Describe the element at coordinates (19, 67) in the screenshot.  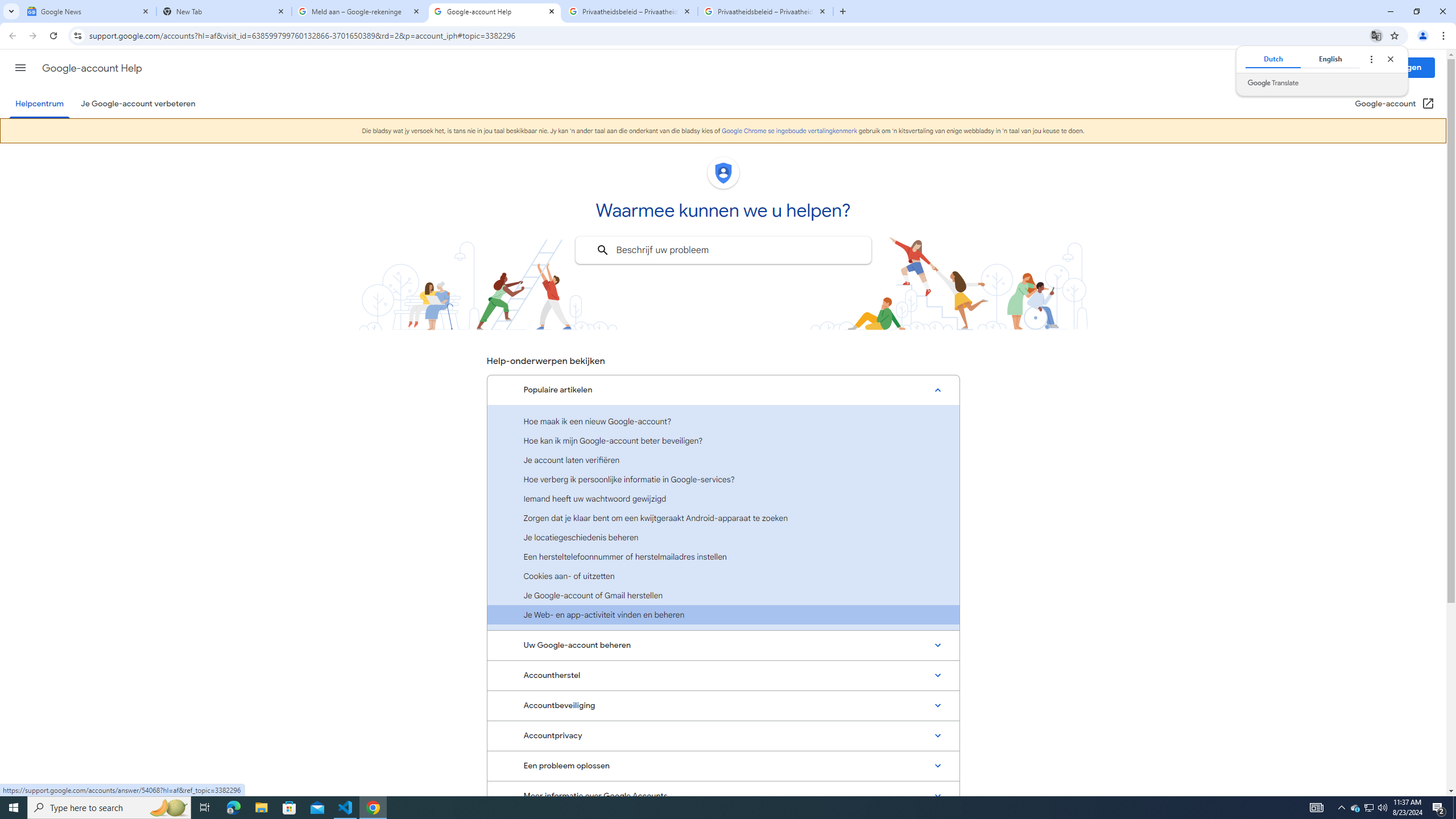
I see `'Hoofdmenu'` at that location.